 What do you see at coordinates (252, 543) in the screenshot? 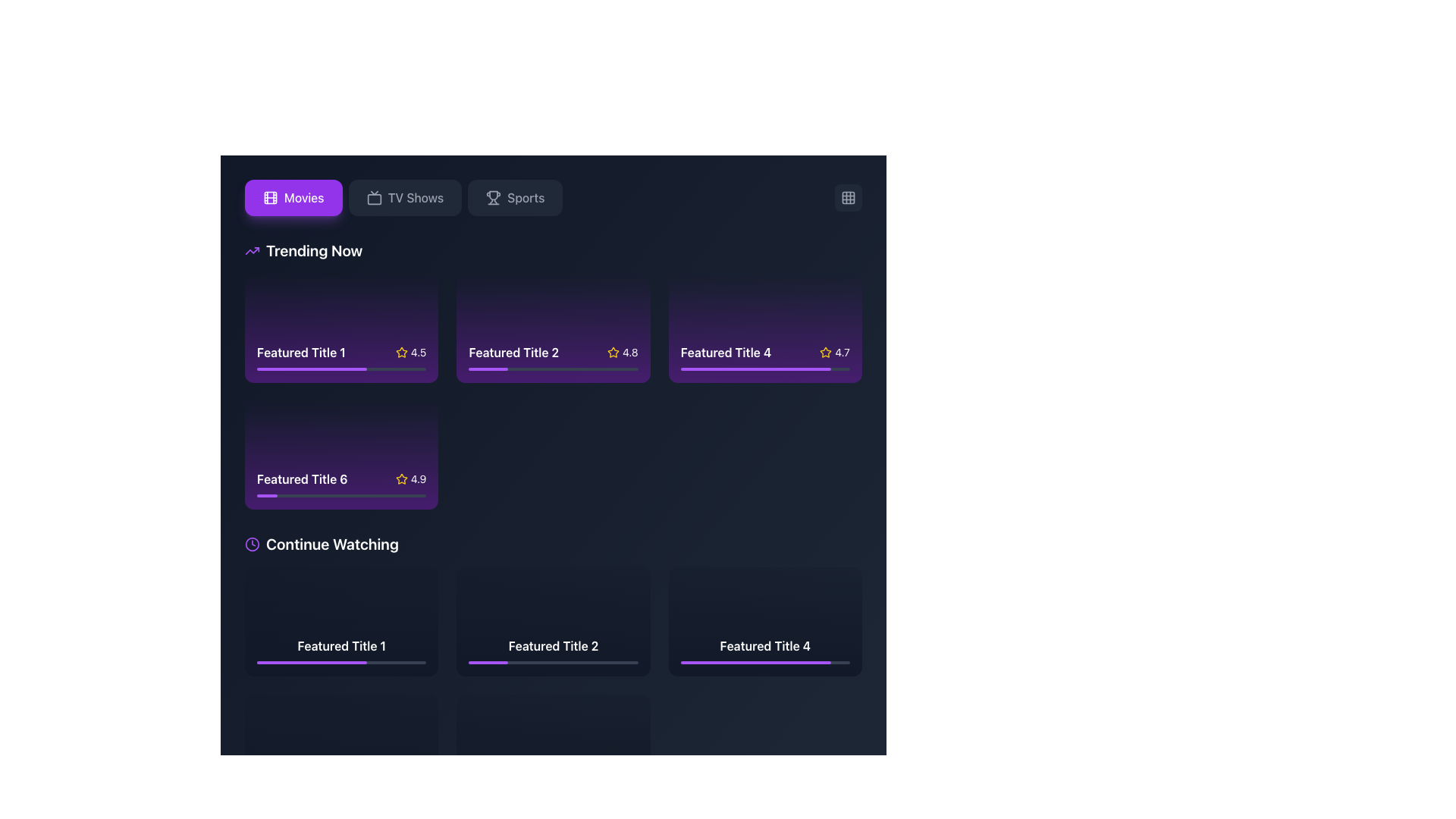
I see `the circular shape within the clock-like icon, which is a non-interactive visual representation located near the 'Continue Watching' header` at bounding box center [252, 543].